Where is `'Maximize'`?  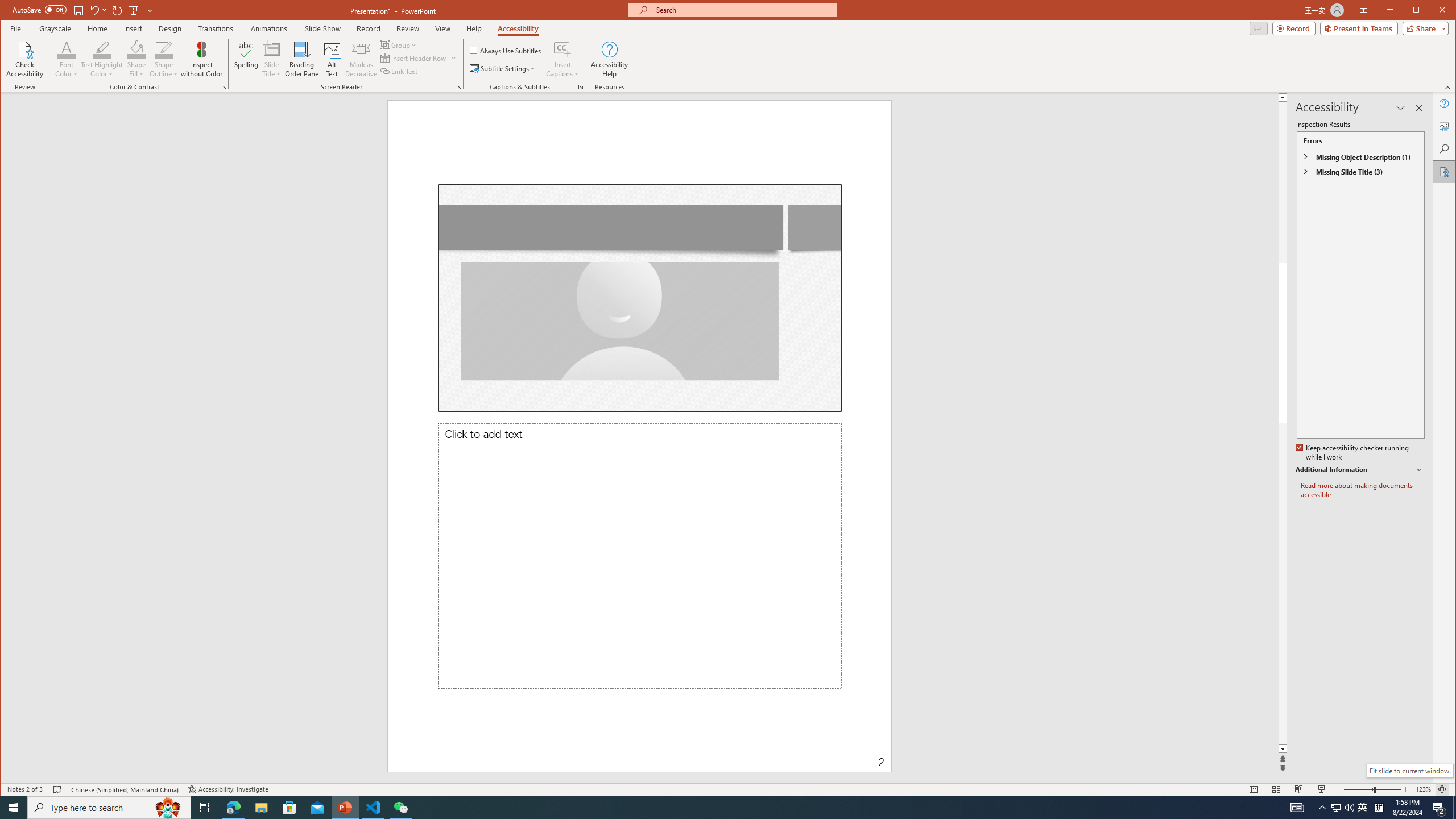
'Maximize' is located at coordinates (1433, 11).